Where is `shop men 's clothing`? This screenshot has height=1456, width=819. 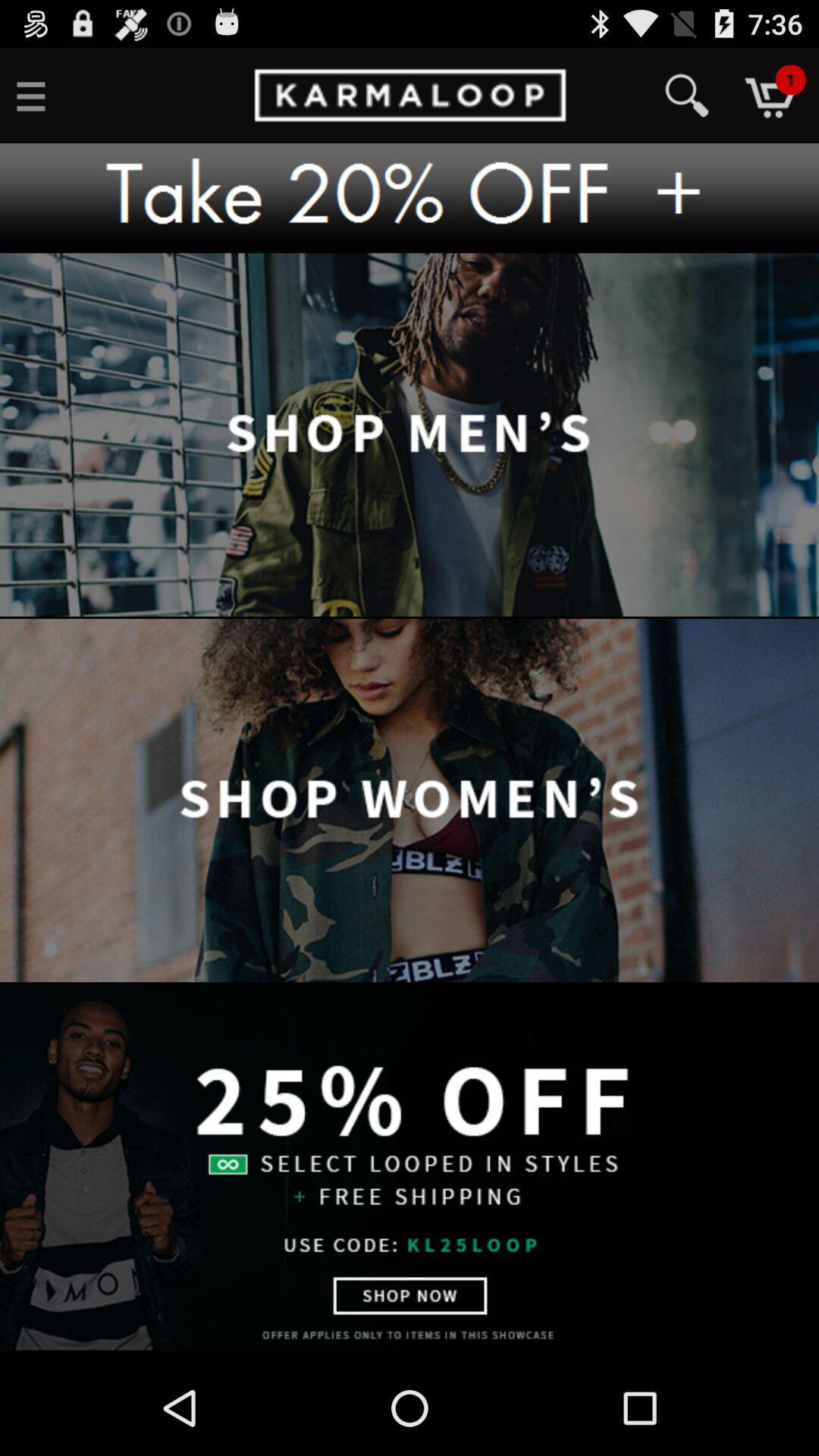 shop men 's clothing is located at coordinates (409, 435).